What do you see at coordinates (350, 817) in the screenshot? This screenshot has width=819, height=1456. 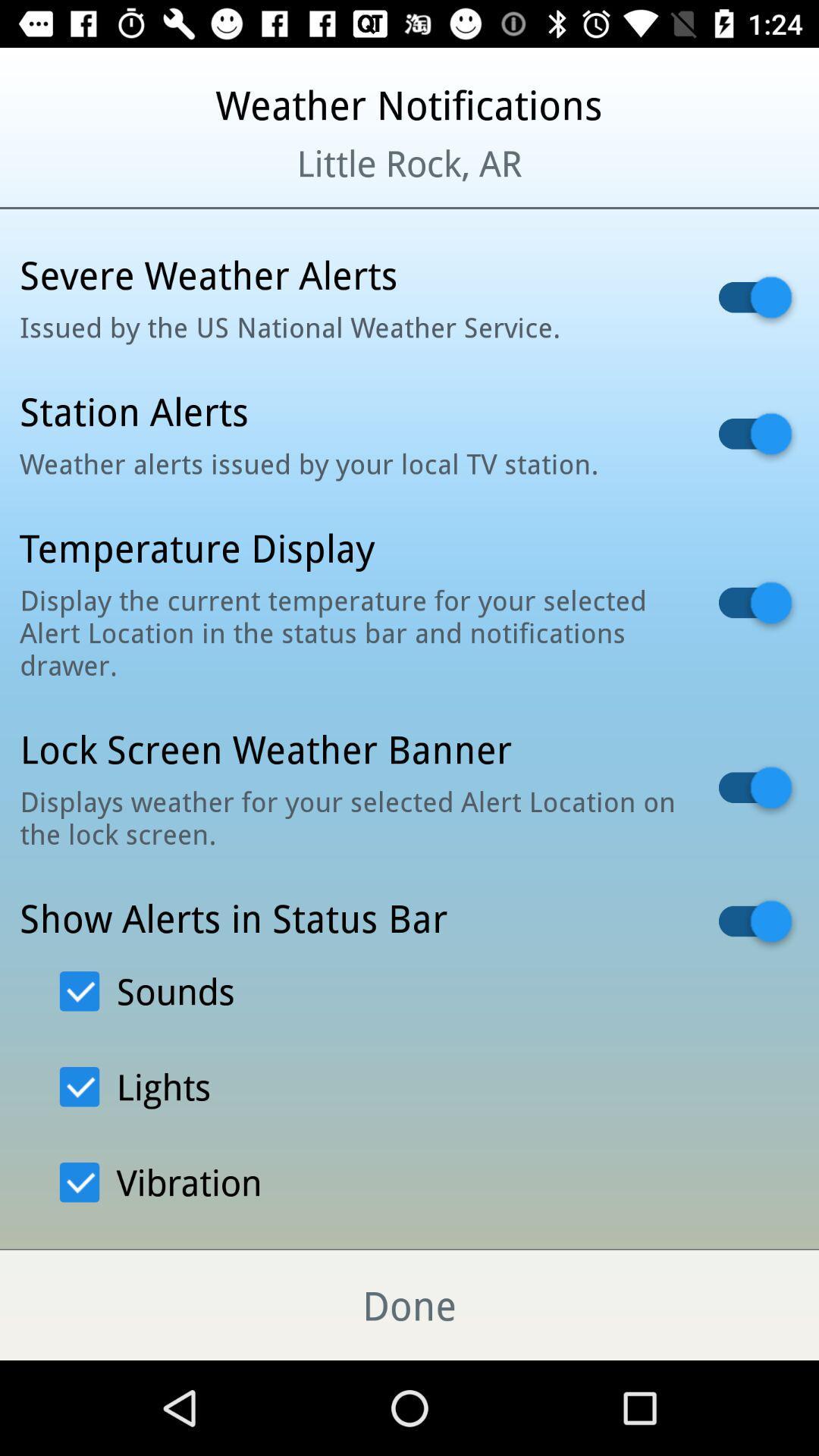 I see `icon below lock screen weather icon` at bounding box center [350, 817].